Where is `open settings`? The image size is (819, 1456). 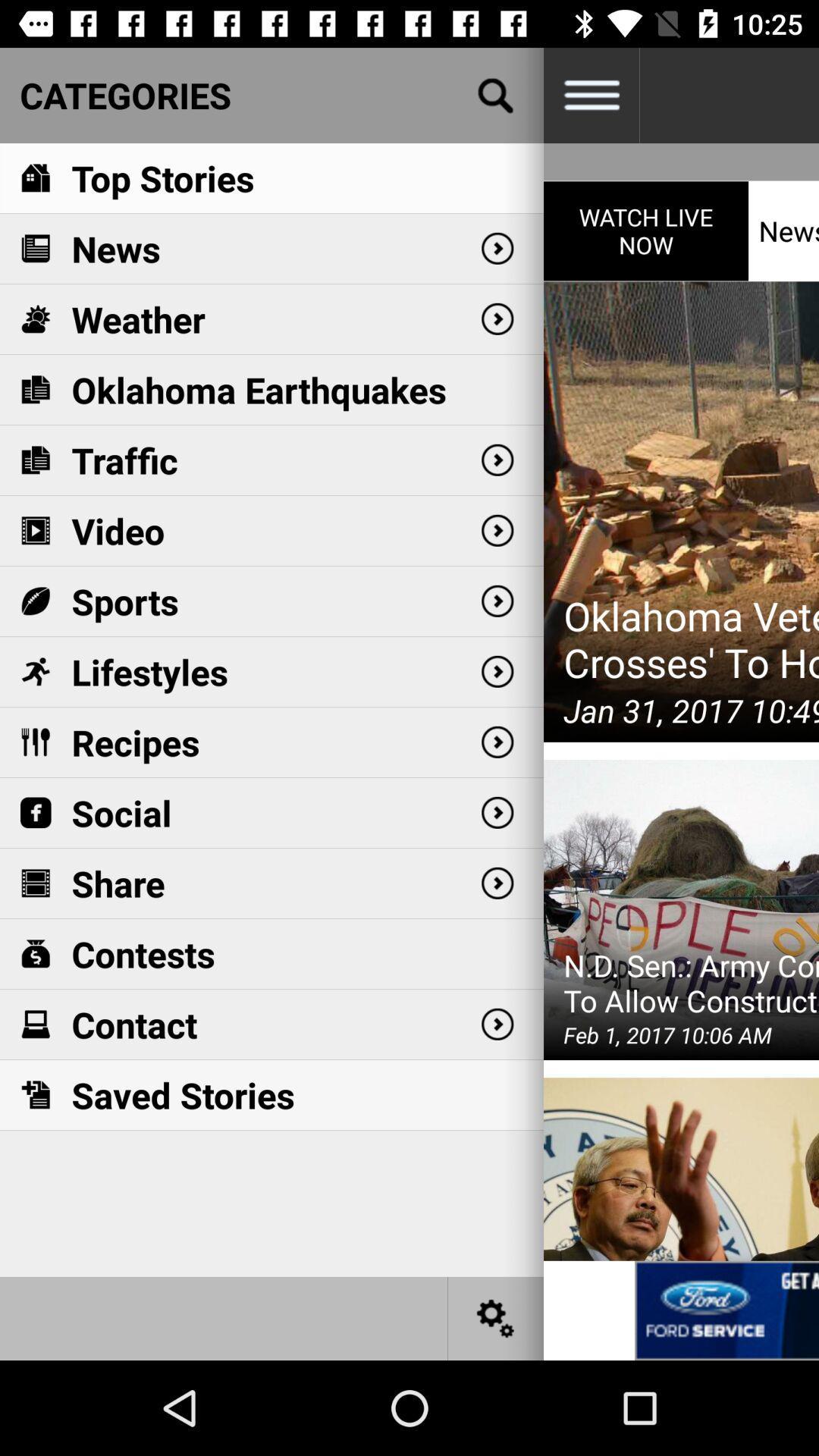 open settings is located at coordinates (496, 1317).